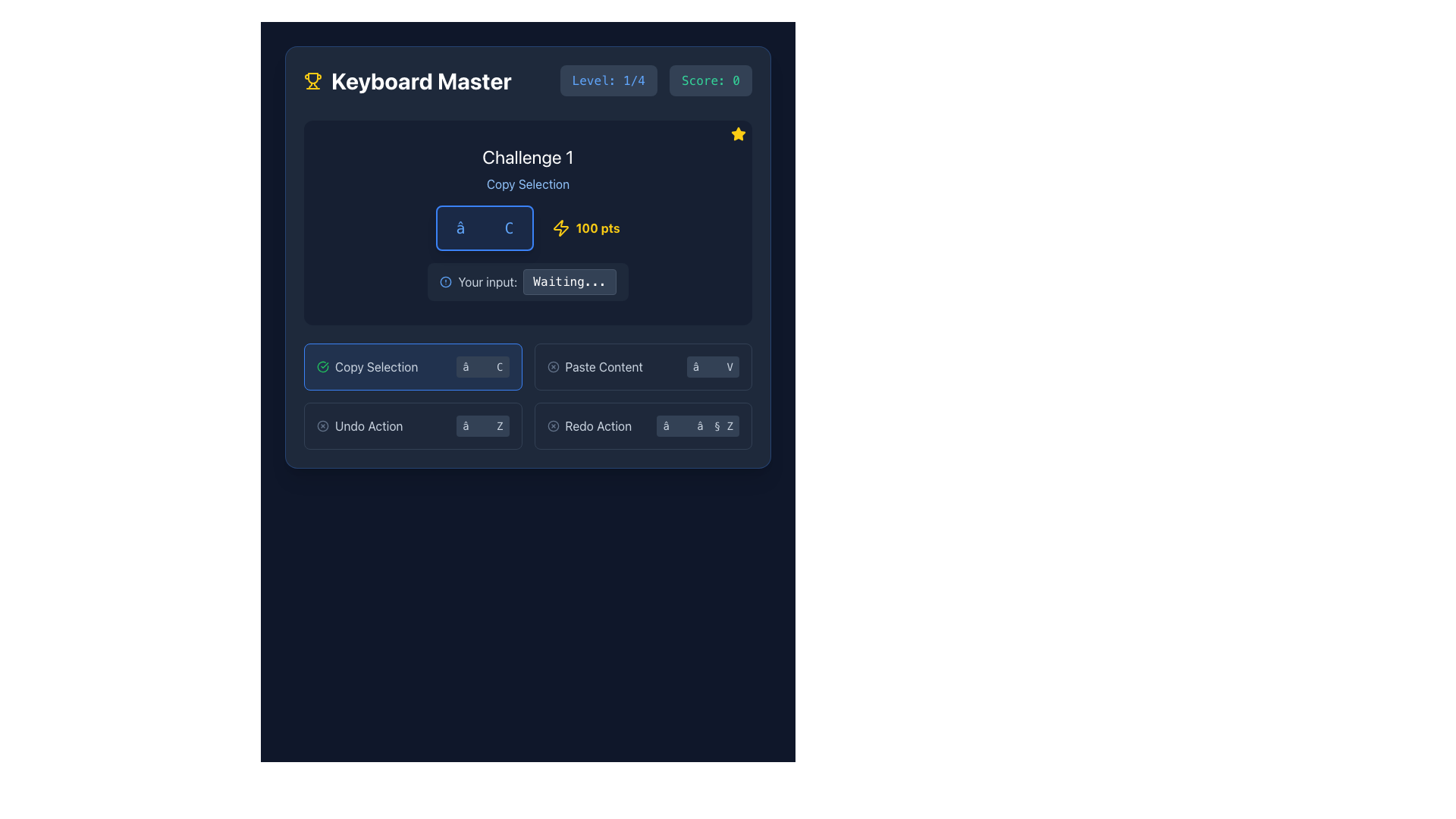  Describe the element at coordinates (643, 426) in the screenshot. I see `the informational display element indicating the redo action, located in the bottom-right cell of the 2x2 grid layout` at that location.